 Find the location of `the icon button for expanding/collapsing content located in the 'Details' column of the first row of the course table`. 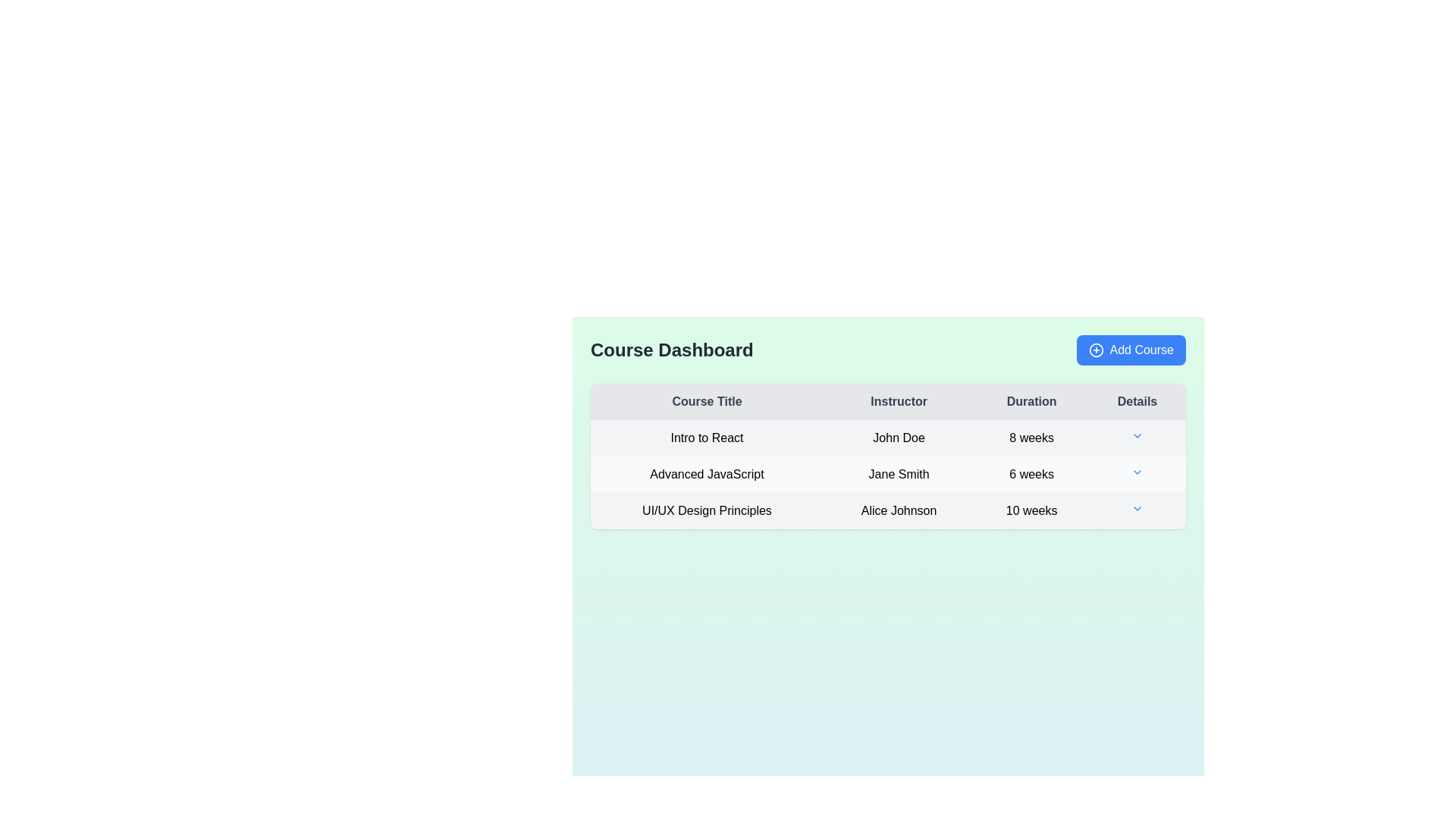

the icon button for expanding/collapsing content located in the 'Details' column of the first row of the course table is located at coordinates (1137, 438).